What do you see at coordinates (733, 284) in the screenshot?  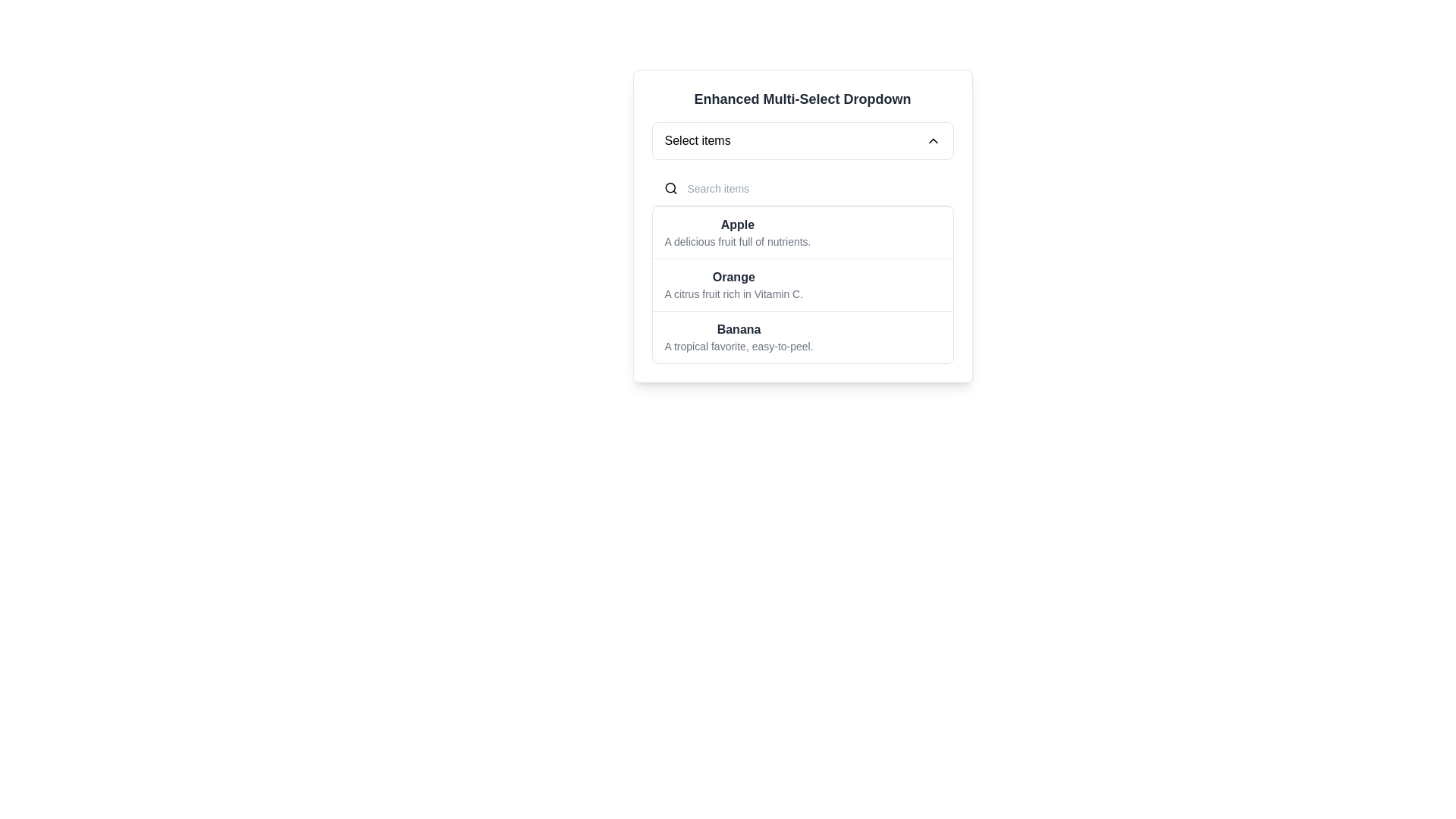 I see `the second list item displaying details for the 'Orange' option in the dropdown menu` at bounding box center [733, 284].